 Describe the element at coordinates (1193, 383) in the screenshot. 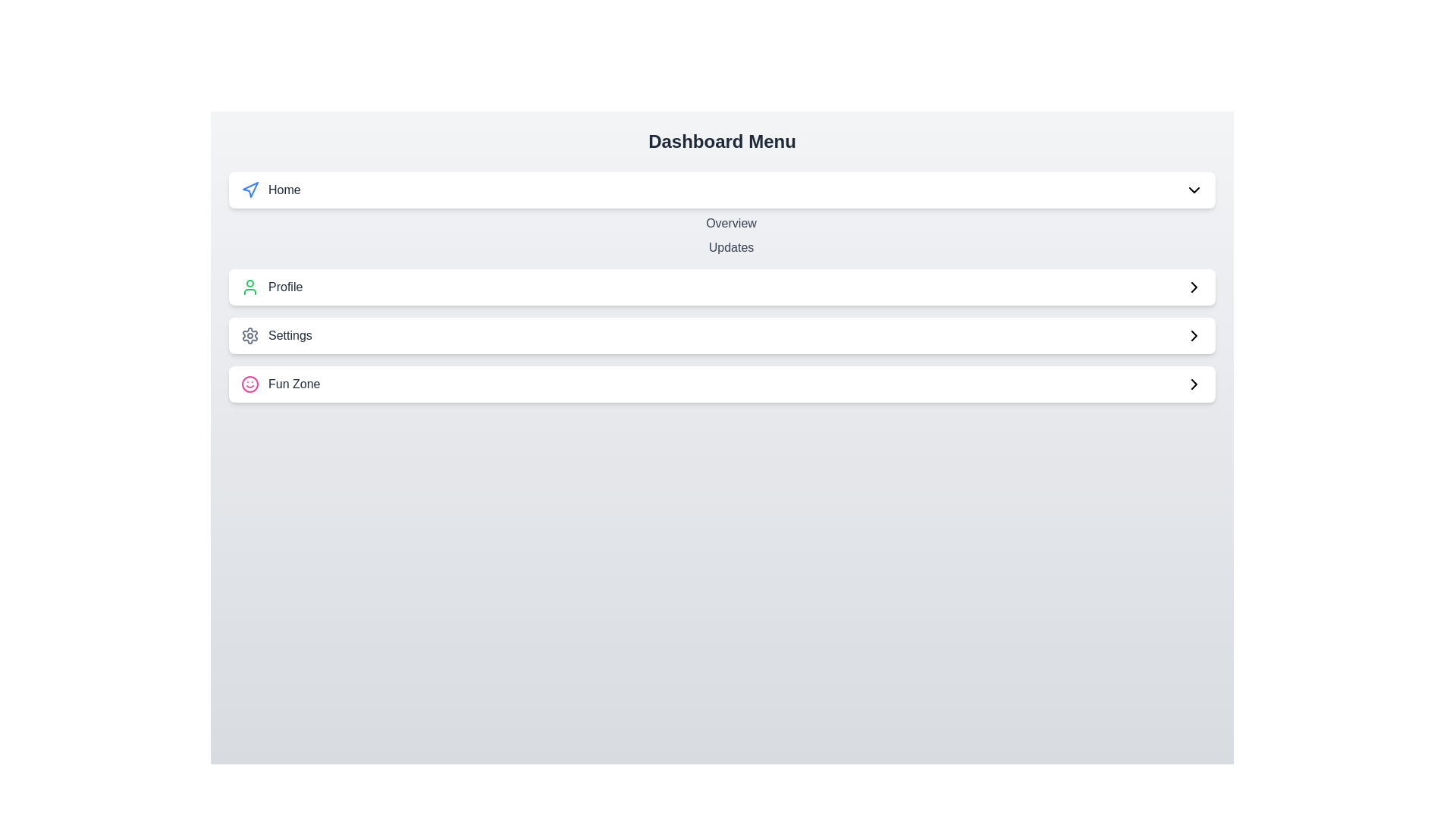

I see `the navigation indicator for the 'Fun Zone' section, located in the fourth block of the menu, aligned to the far right side next to the 'Fun Zone' label` at that location.